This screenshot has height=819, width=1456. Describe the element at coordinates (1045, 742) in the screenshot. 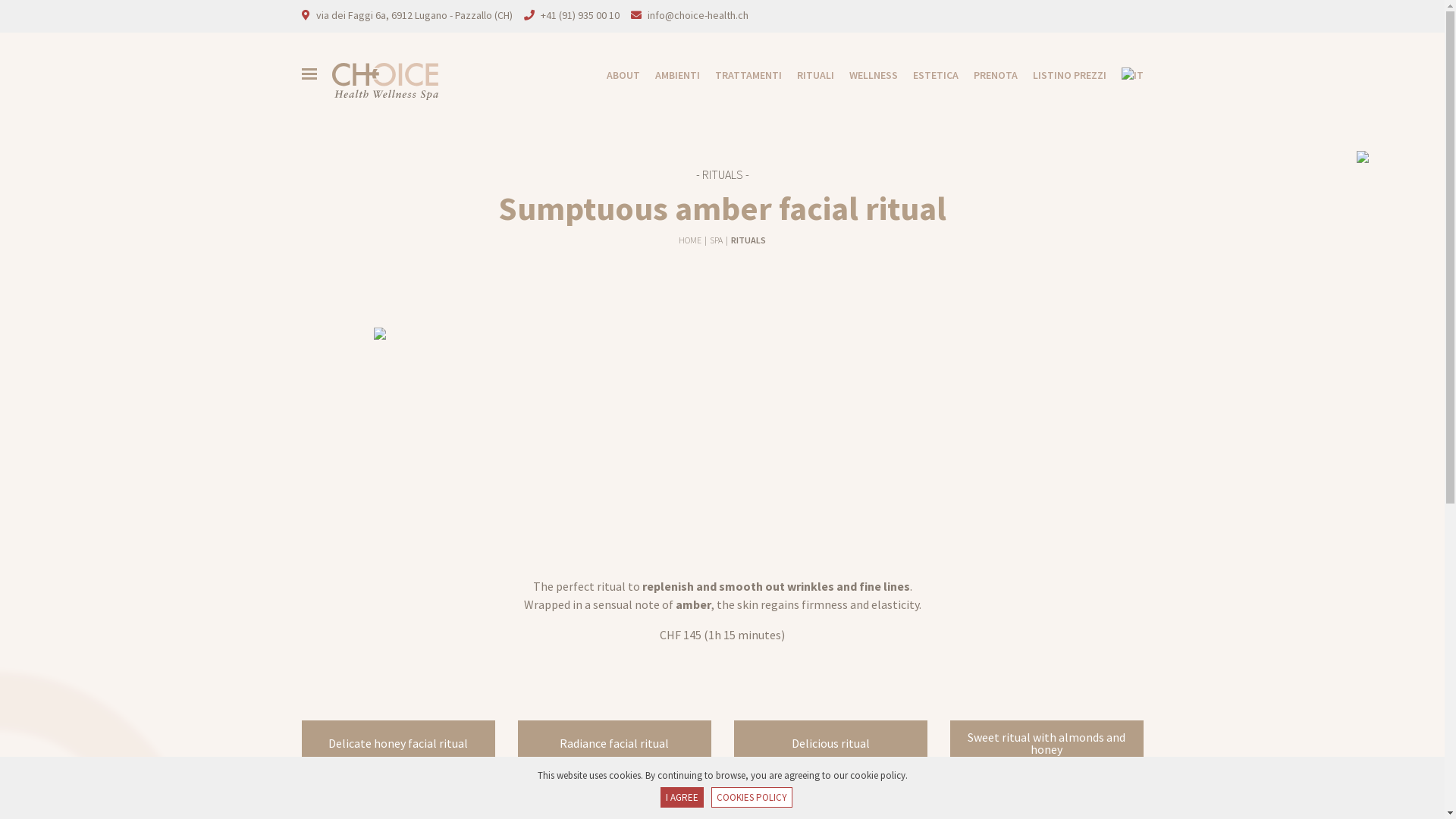

I see `'Sweet ritual with almonds and honey'` at that location.